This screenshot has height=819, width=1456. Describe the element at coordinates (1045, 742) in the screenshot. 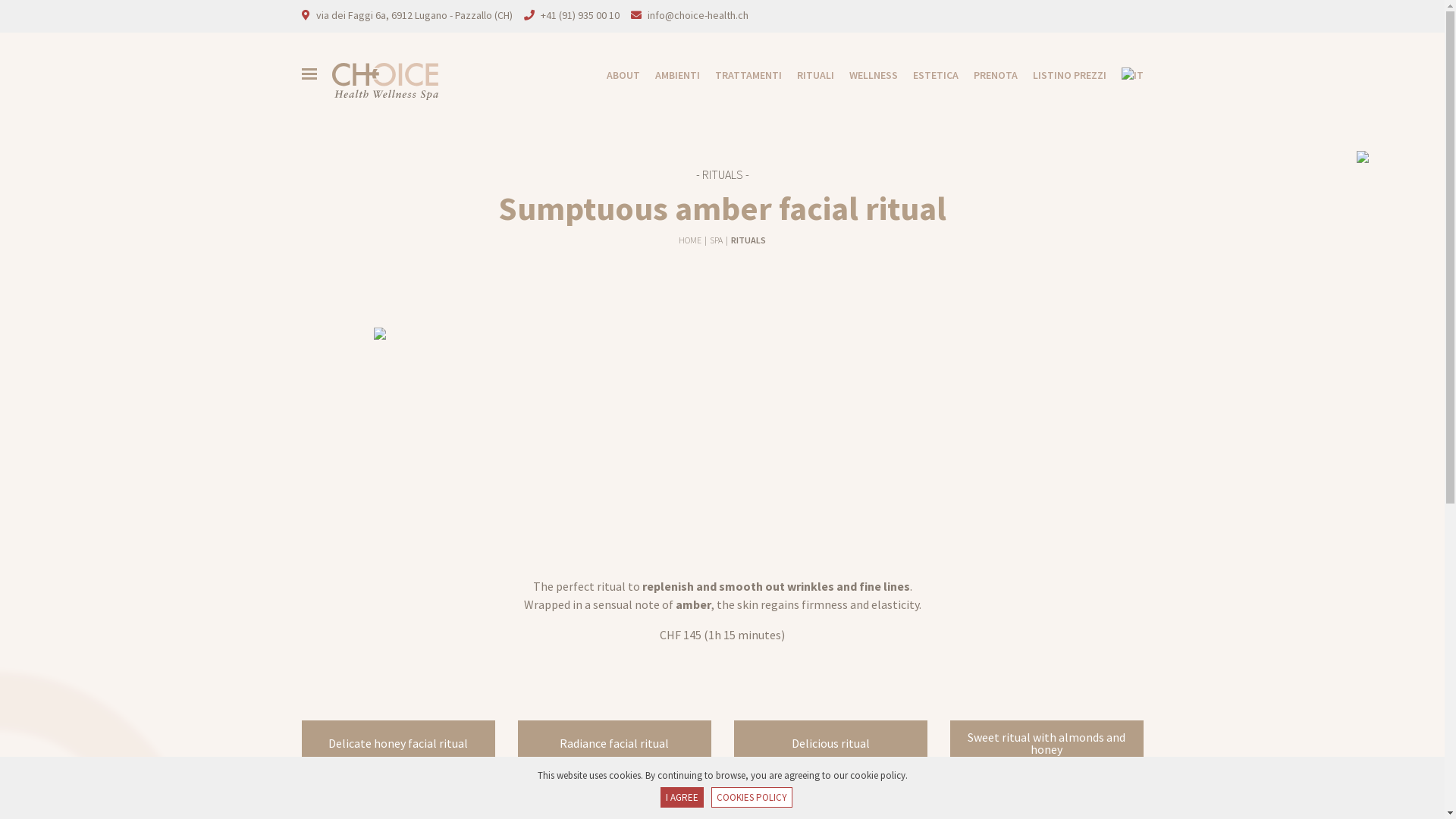

I see `'Sweet ritual with almonds and honey'` at that location.